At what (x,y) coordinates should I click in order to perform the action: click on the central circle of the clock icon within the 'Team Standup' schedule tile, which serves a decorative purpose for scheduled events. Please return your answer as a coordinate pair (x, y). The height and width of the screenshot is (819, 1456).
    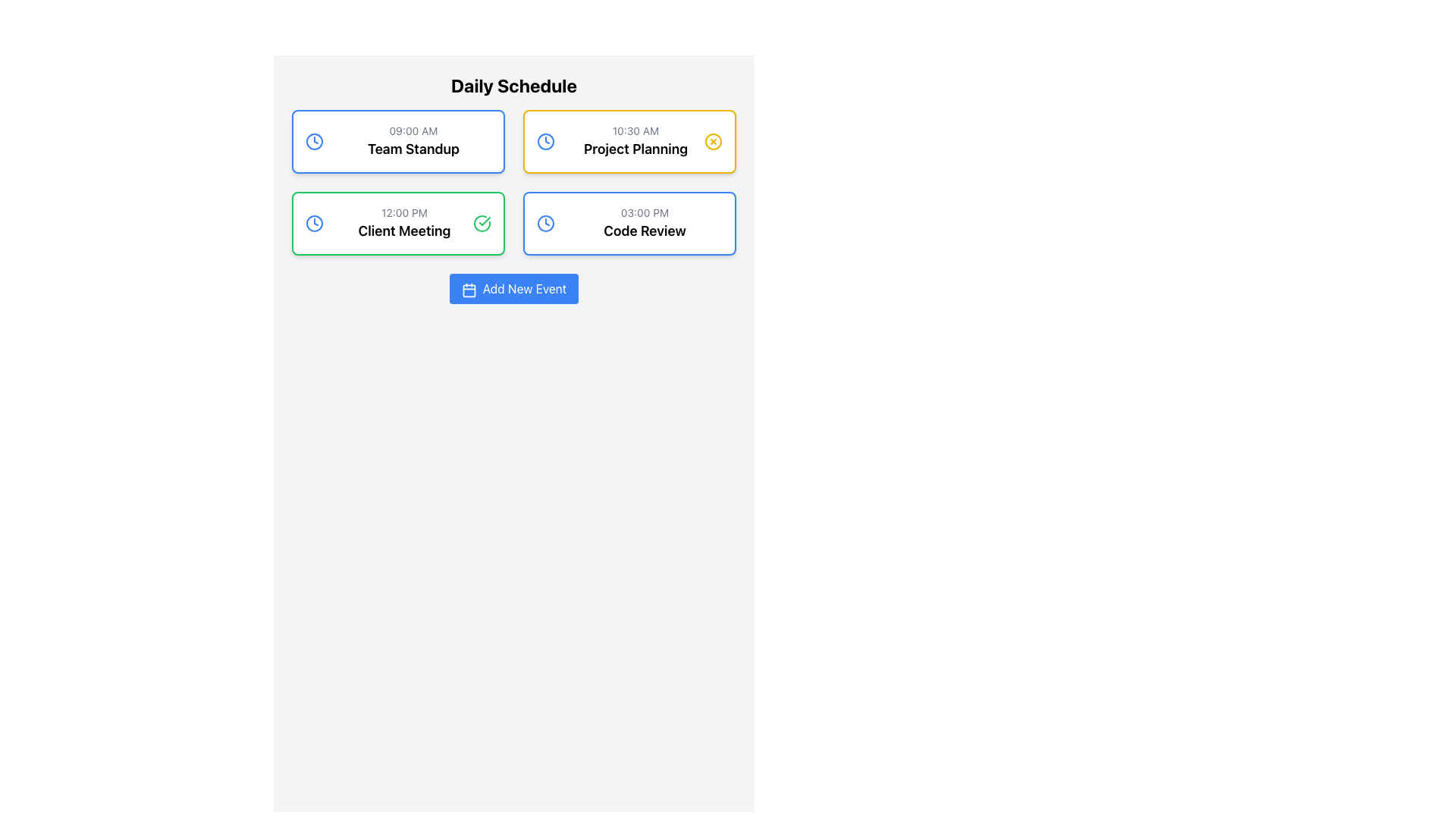
    Looking at the image, I should click on (313, 223).